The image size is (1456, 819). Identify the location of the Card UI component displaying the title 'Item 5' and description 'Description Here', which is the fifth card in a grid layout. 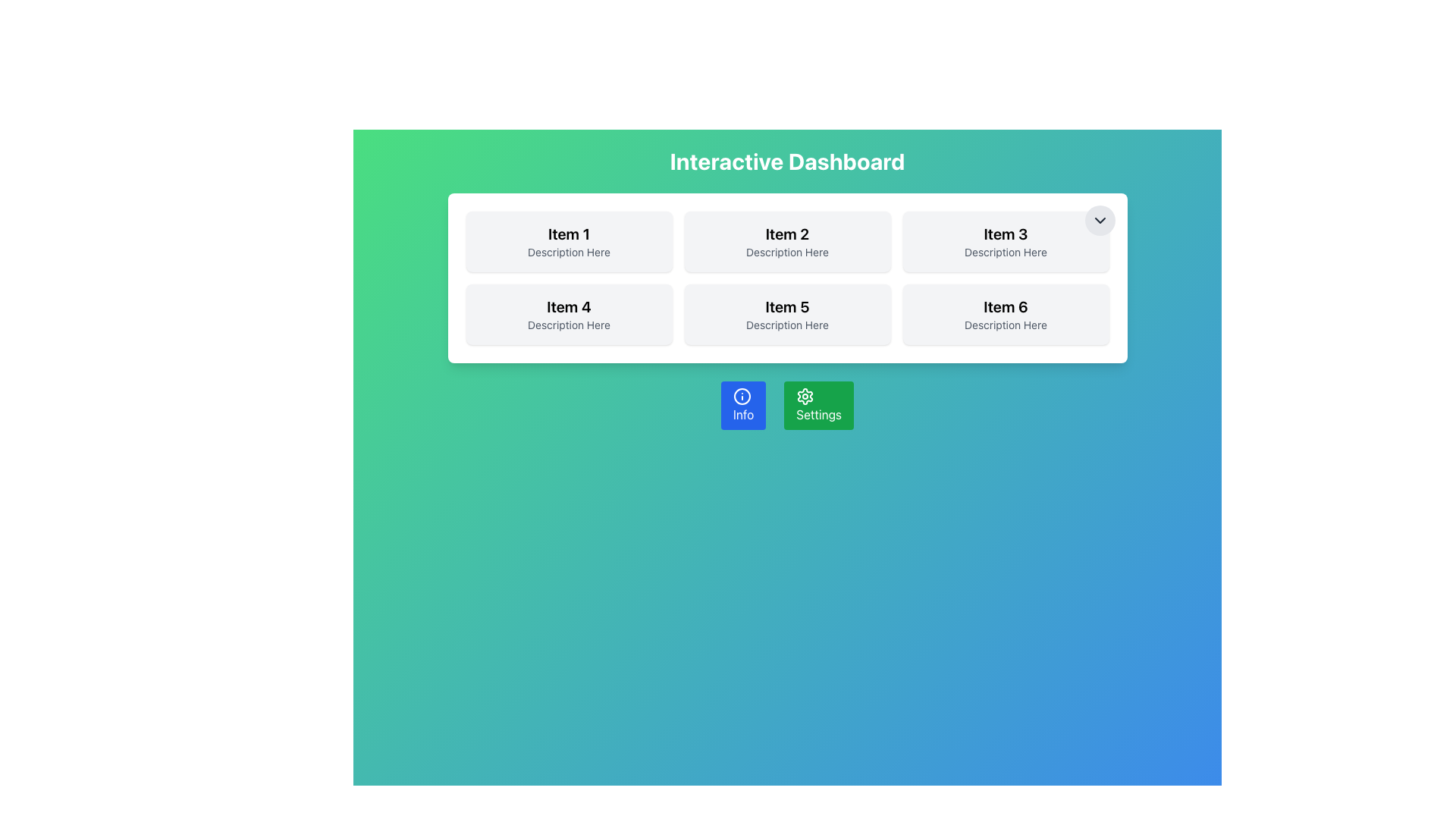
(787, 314).